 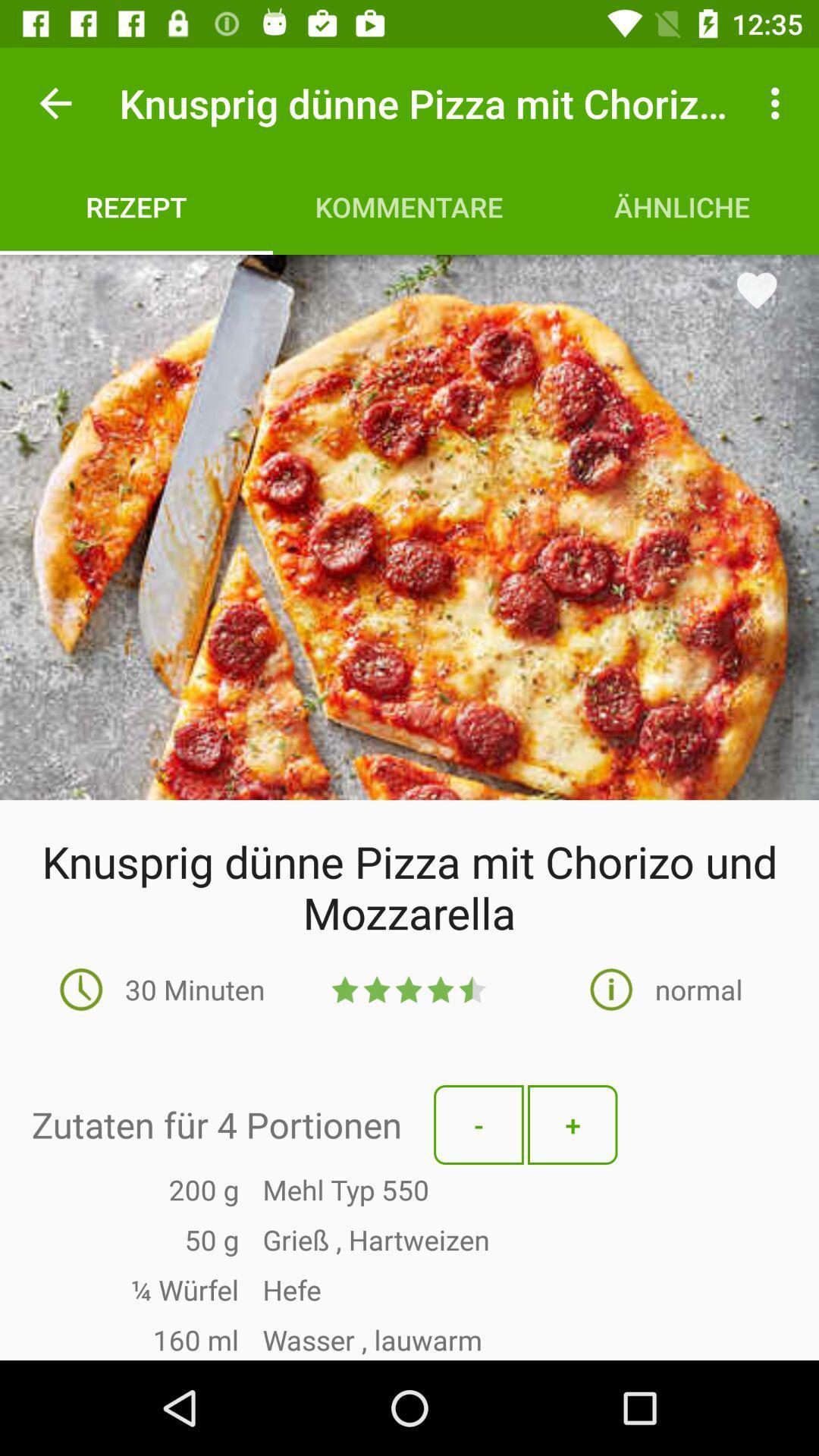 What do you see at coordinates (573, 1125) in the screenshot?
I see `+ item` at bounding box center [573, 1125].